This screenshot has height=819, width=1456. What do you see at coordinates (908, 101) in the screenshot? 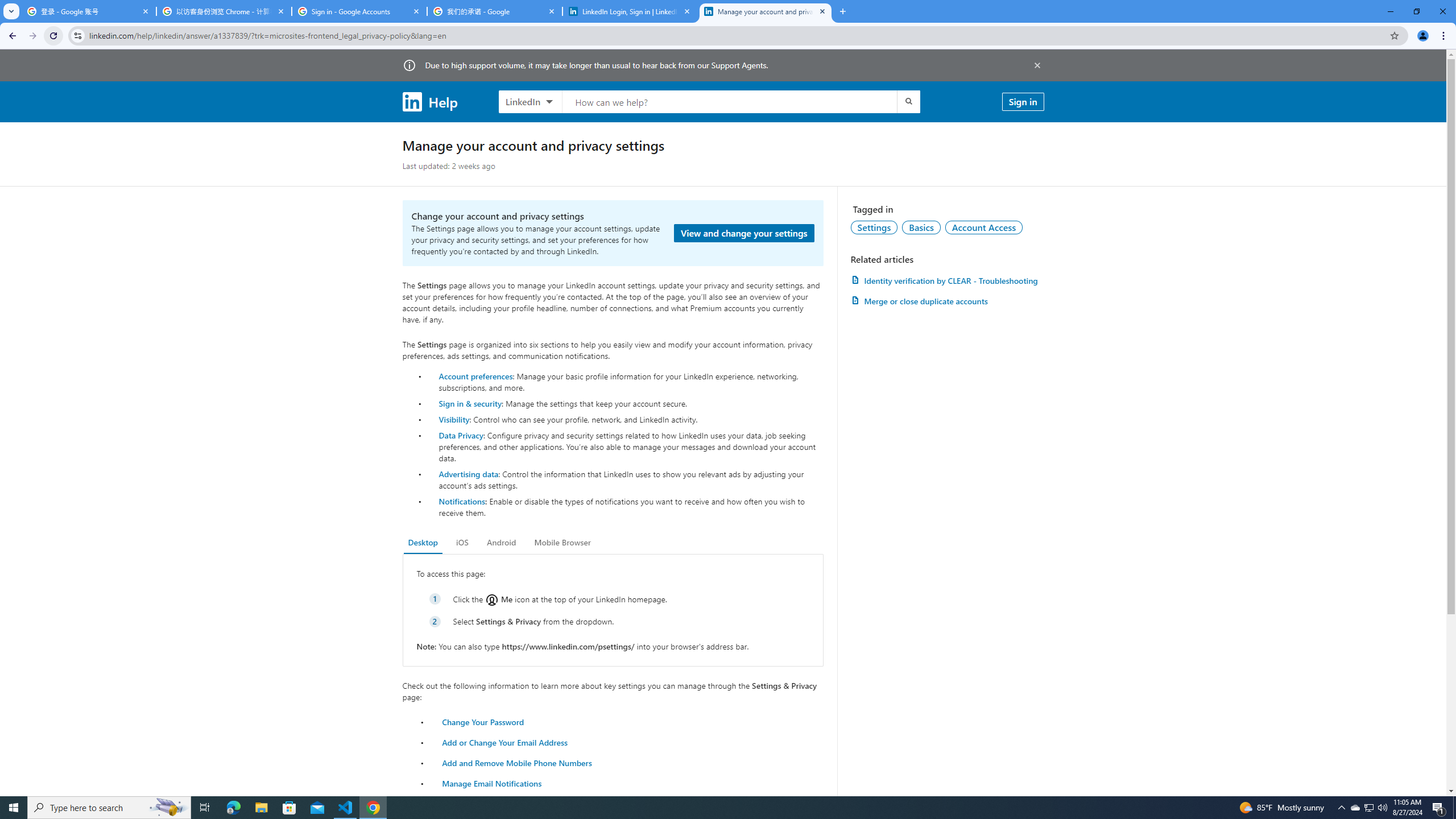
I see `'Submit search'` at bounding box center [908, 101].